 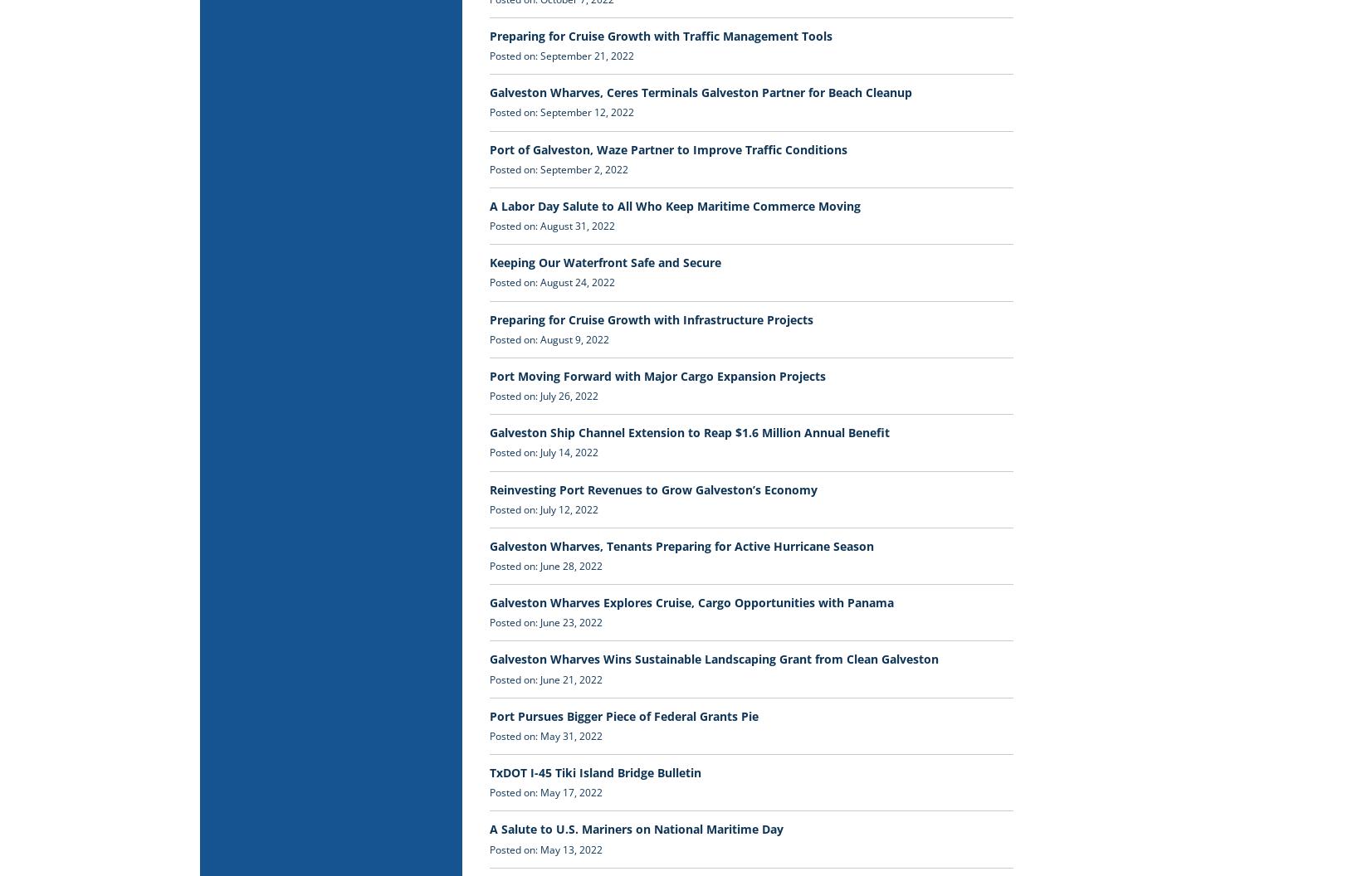 What do you see at coordinates (701, 91) in the screenshot?
I see `'Galveston Wharves, Ceres Terminals Galveston Partner for Beach Cleanup'` at bounding box center [701, 91].